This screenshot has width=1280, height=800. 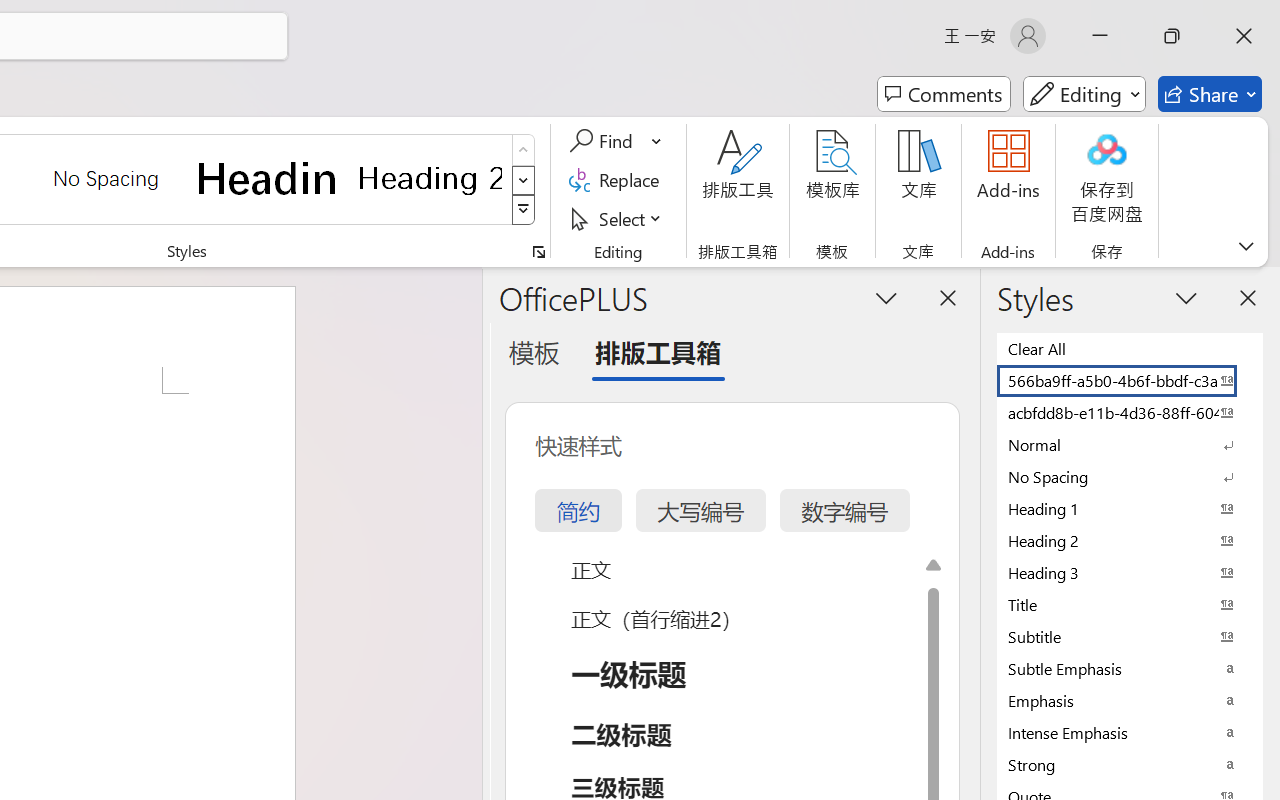 I want to click on 'Intense Emphasis', so click(x=1130, y=731).